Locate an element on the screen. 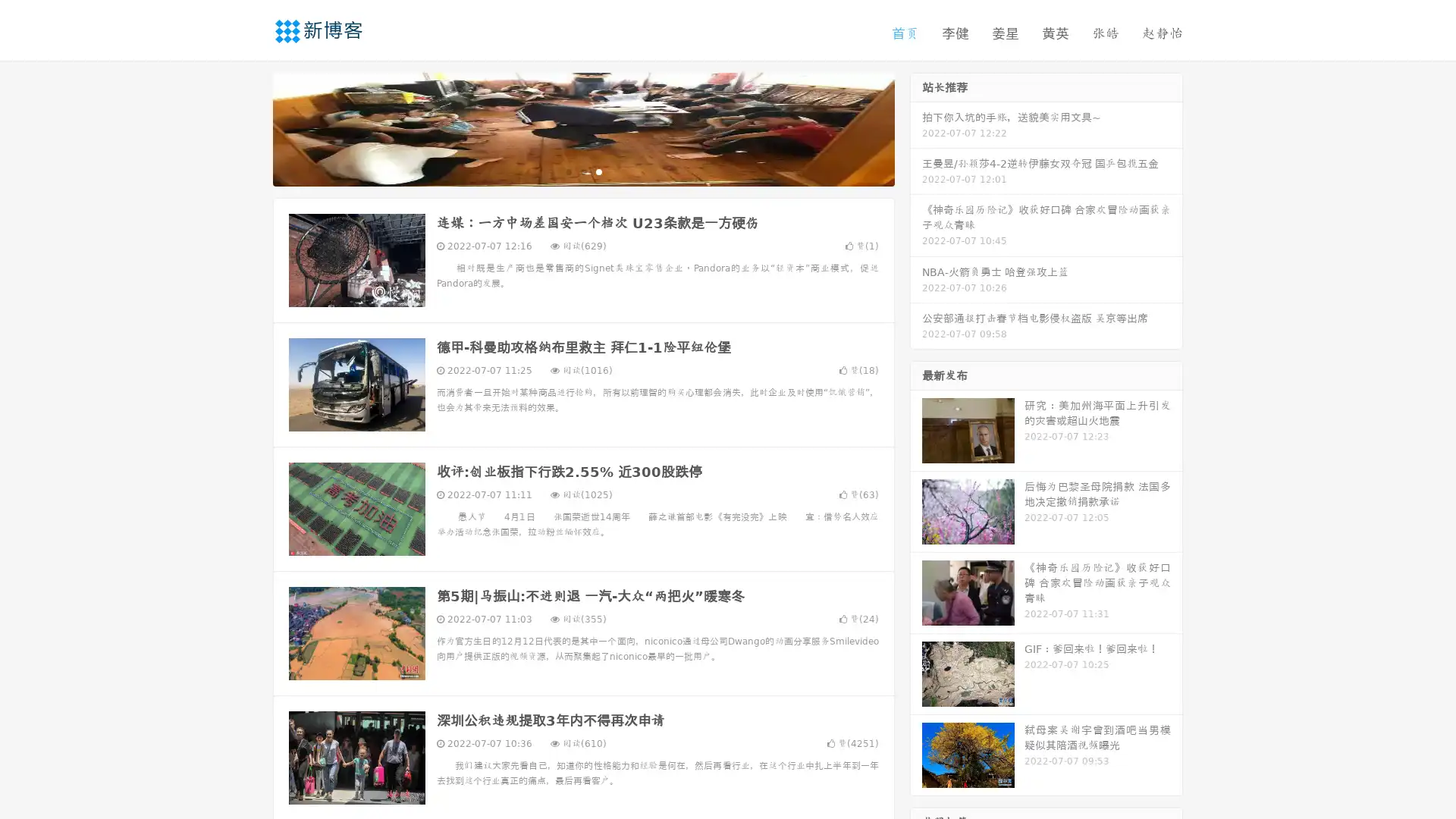  Go to slide 1 is located at coordinates (567, 171).